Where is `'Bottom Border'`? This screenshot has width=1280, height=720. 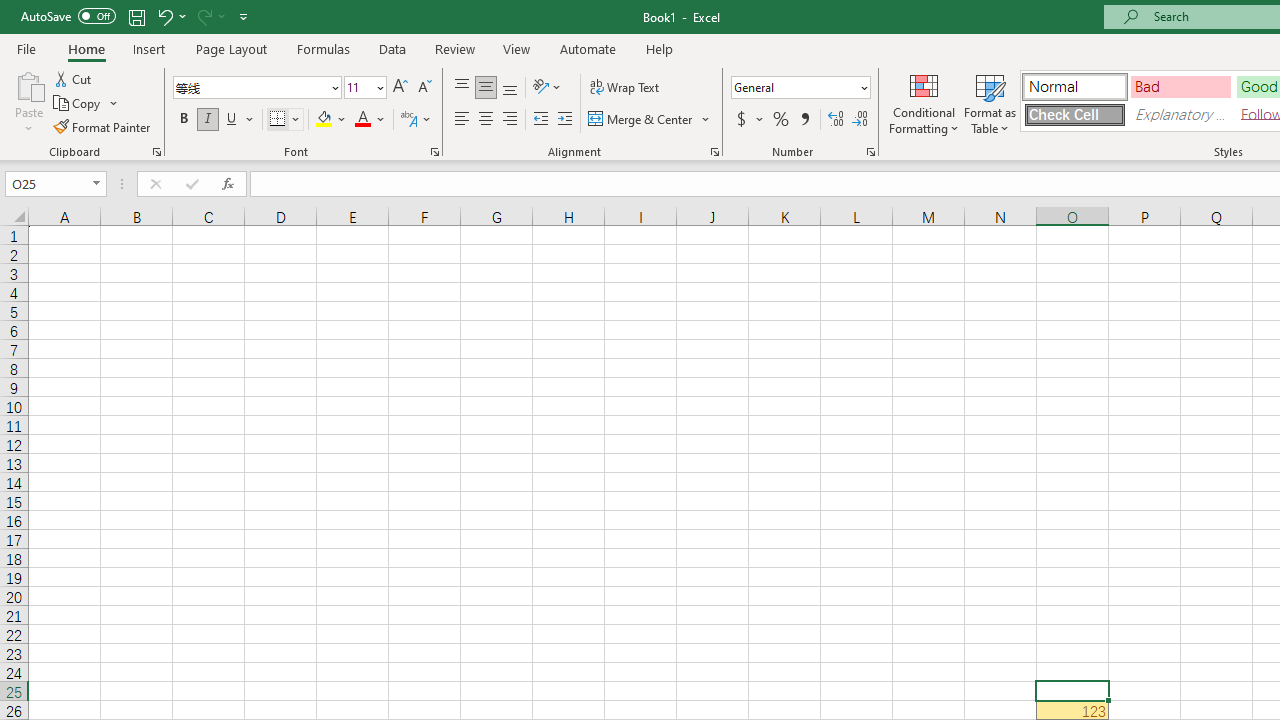
'Bottom Border' is located at coordinates (277, 119).